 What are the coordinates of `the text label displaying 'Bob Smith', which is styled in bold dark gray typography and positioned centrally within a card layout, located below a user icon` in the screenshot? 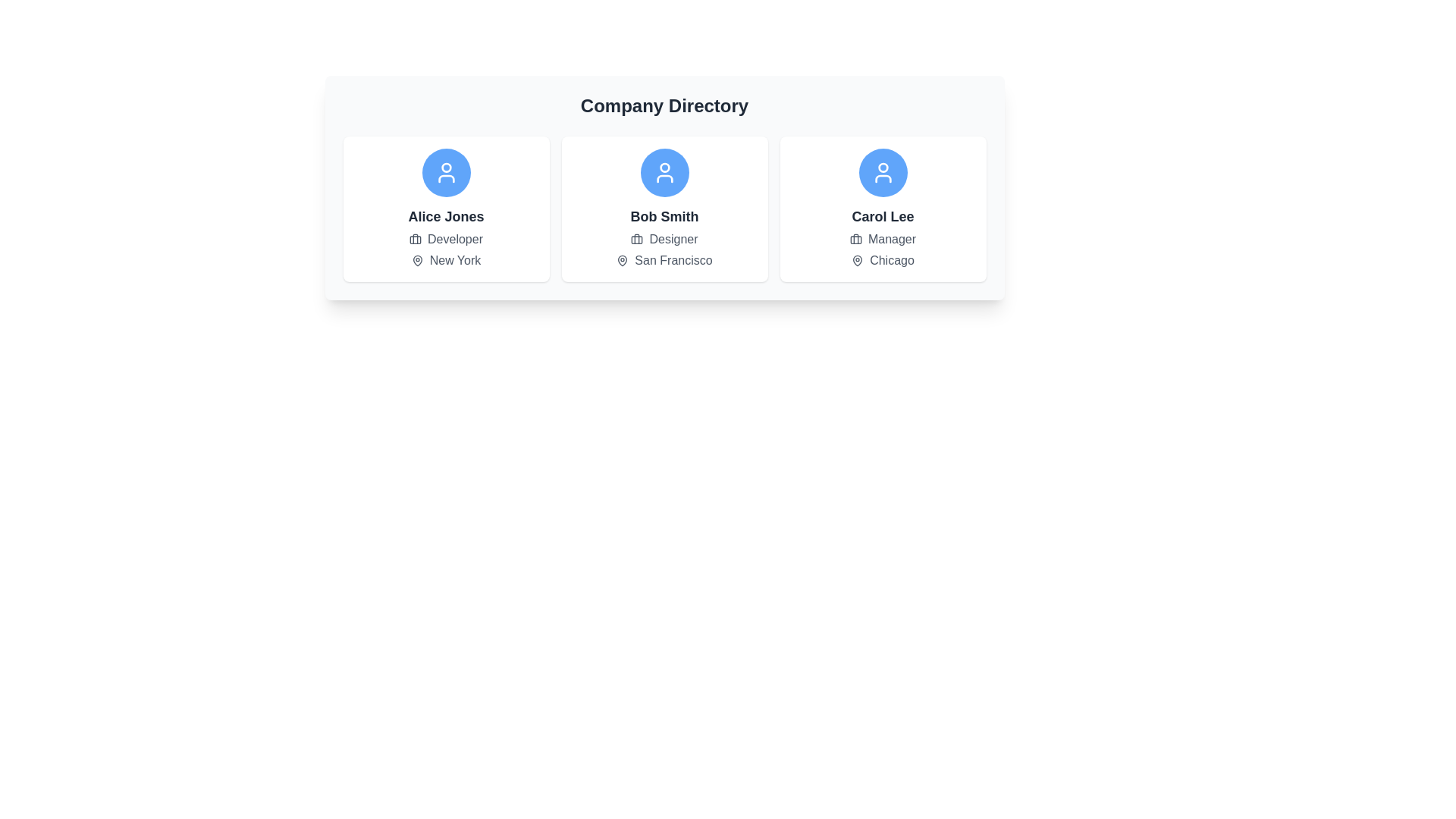 It's located at (664, 216).